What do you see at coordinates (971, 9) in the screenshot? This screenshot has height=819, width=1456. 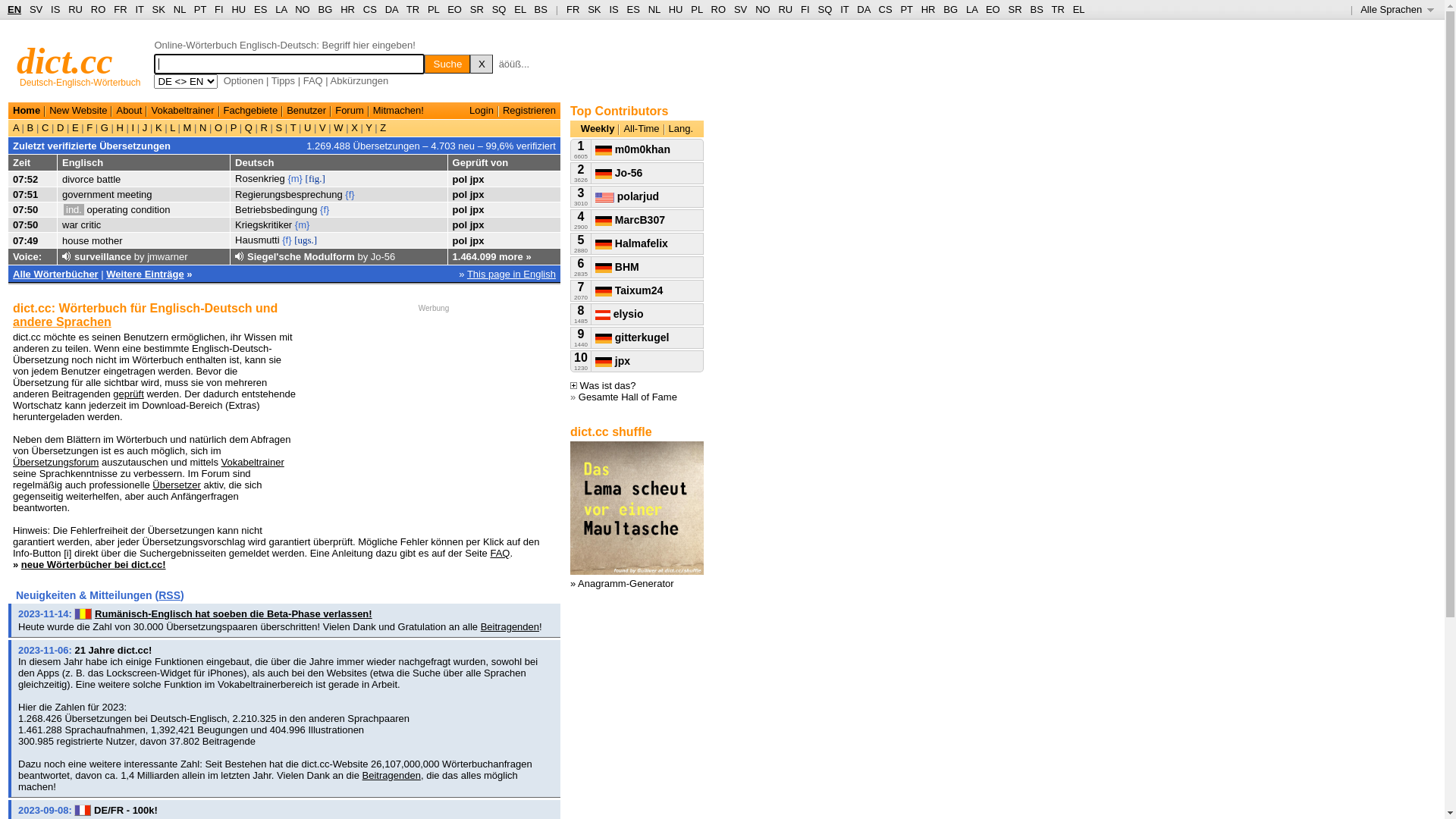 I see `'LA'` at bounding box center [971, 9].